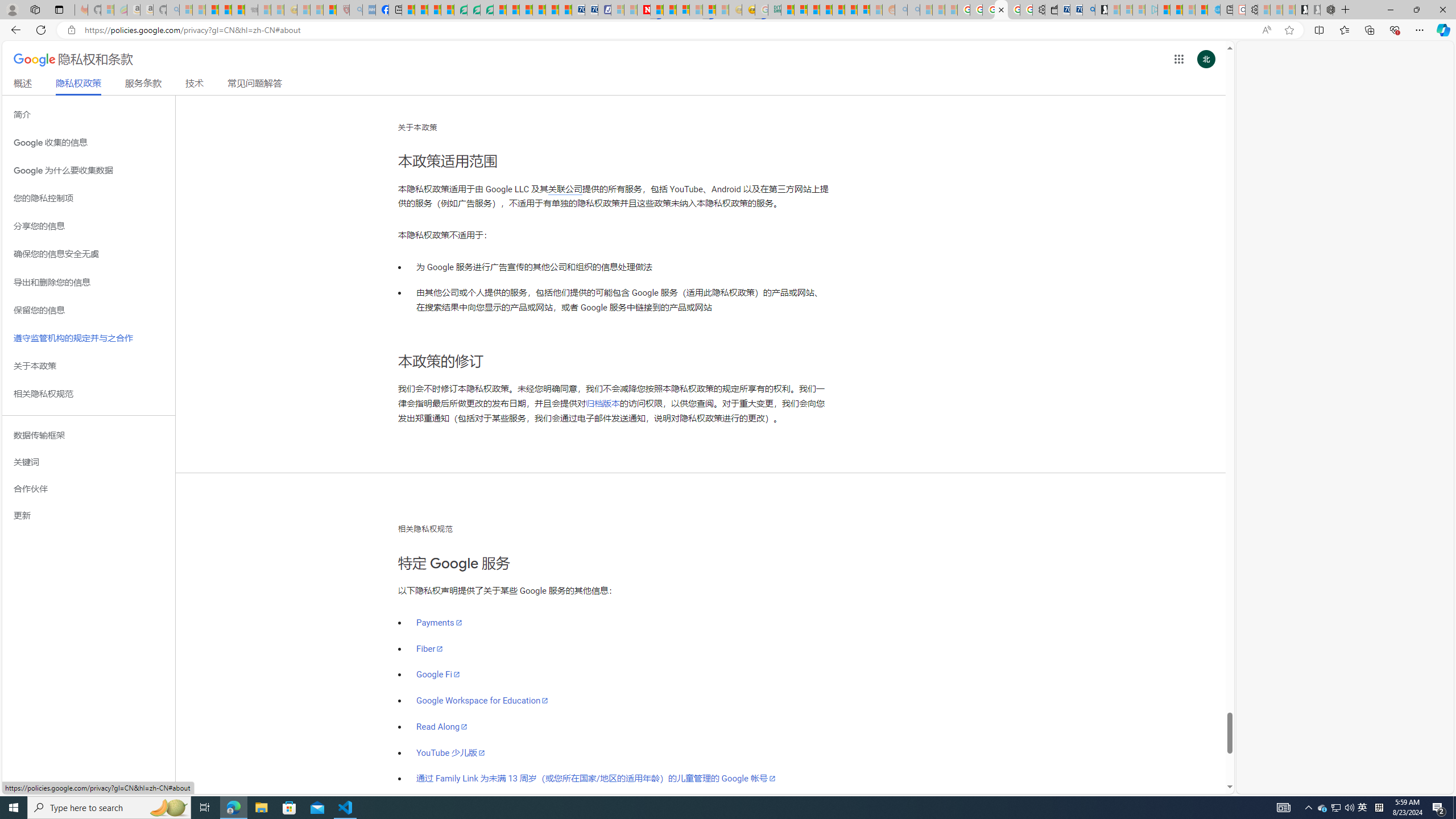 The height and width of the screenshot is (819, 1456). What do you see at coordinates (643, 9) in the screenshot?
I see `'Latest Politics News & Archive | Newsweek.com'` at bounding box center [643, 9].